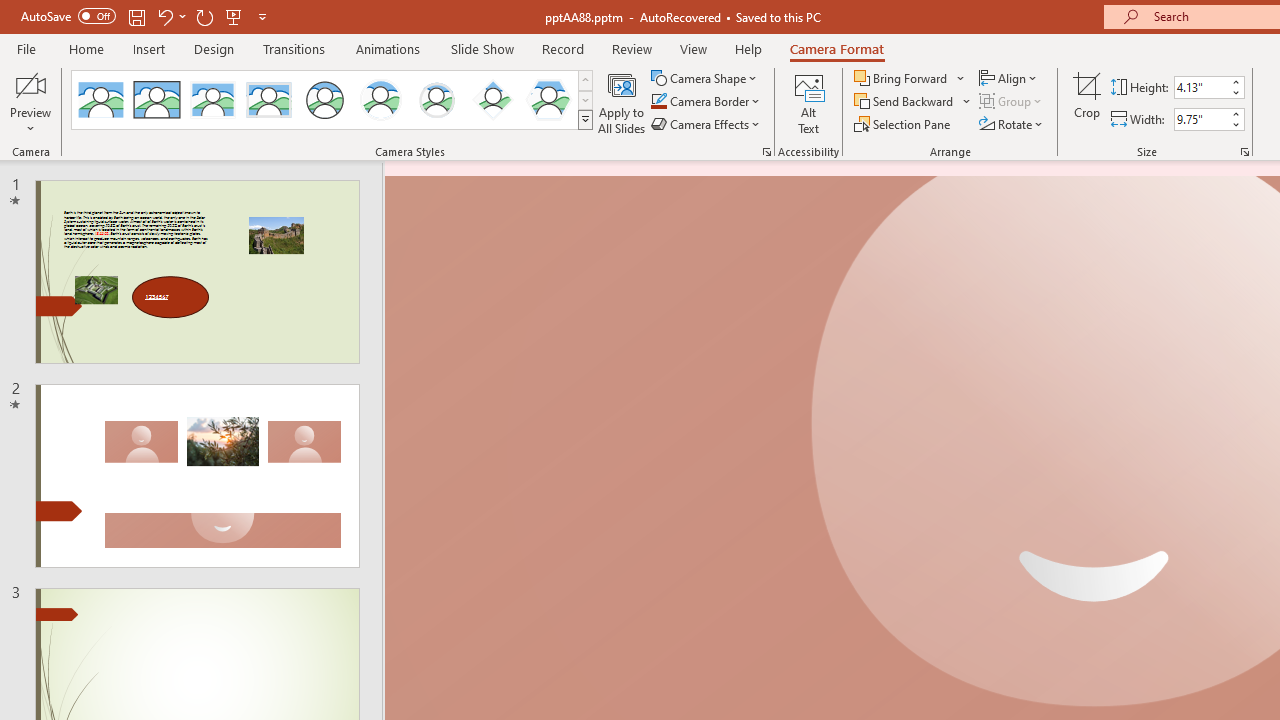  Describe the element at coordinates (333, 100) in the screenshot. I see `'AutomationID: CameoStylesGallery'` at that location.